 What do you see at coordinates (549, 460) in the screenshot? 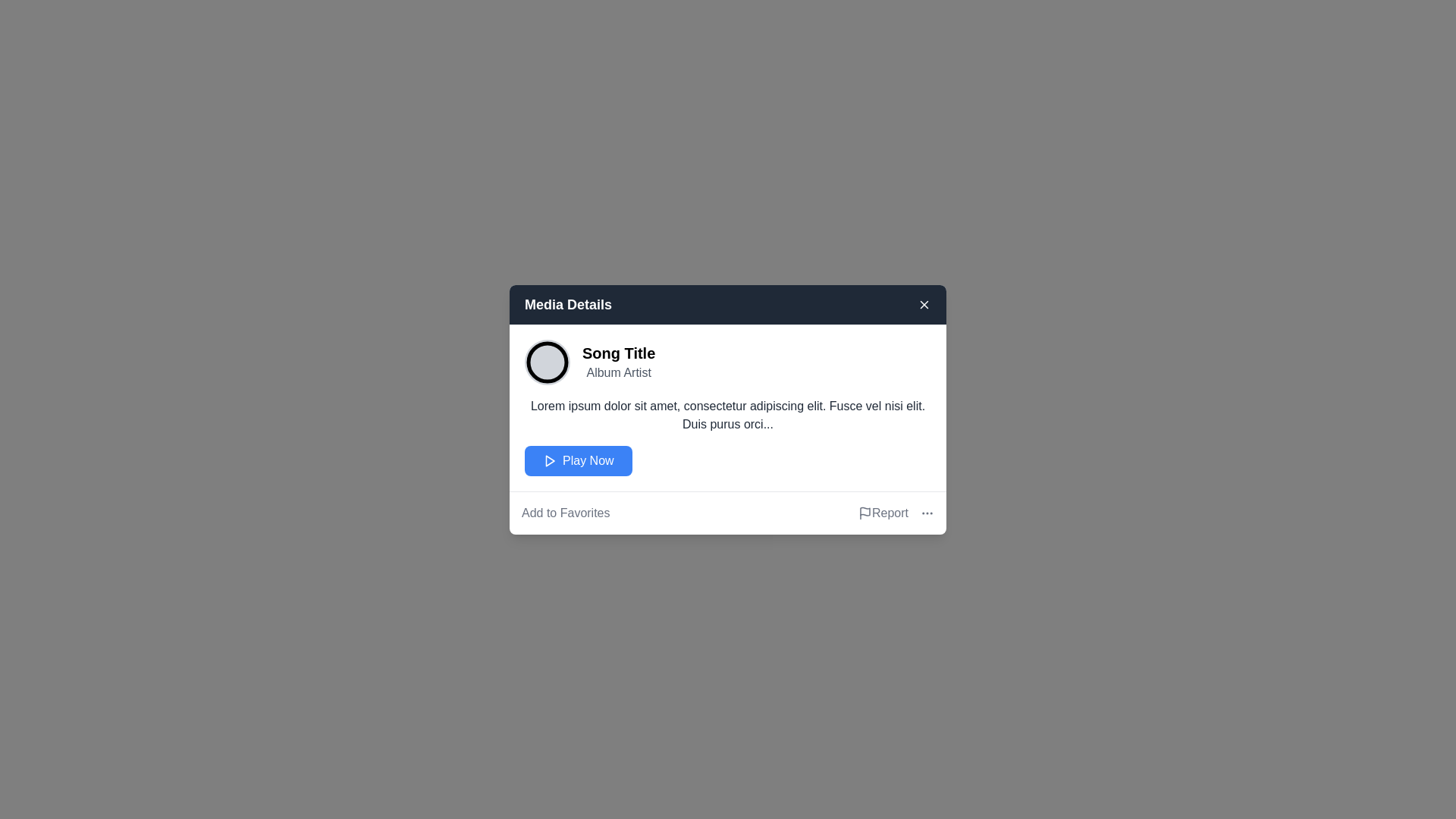
I see `the play icon located centrally within the blue 'Play Now' button in the 'Media Details' dialog box to initiate media playback` at bounding box center [549, 460].